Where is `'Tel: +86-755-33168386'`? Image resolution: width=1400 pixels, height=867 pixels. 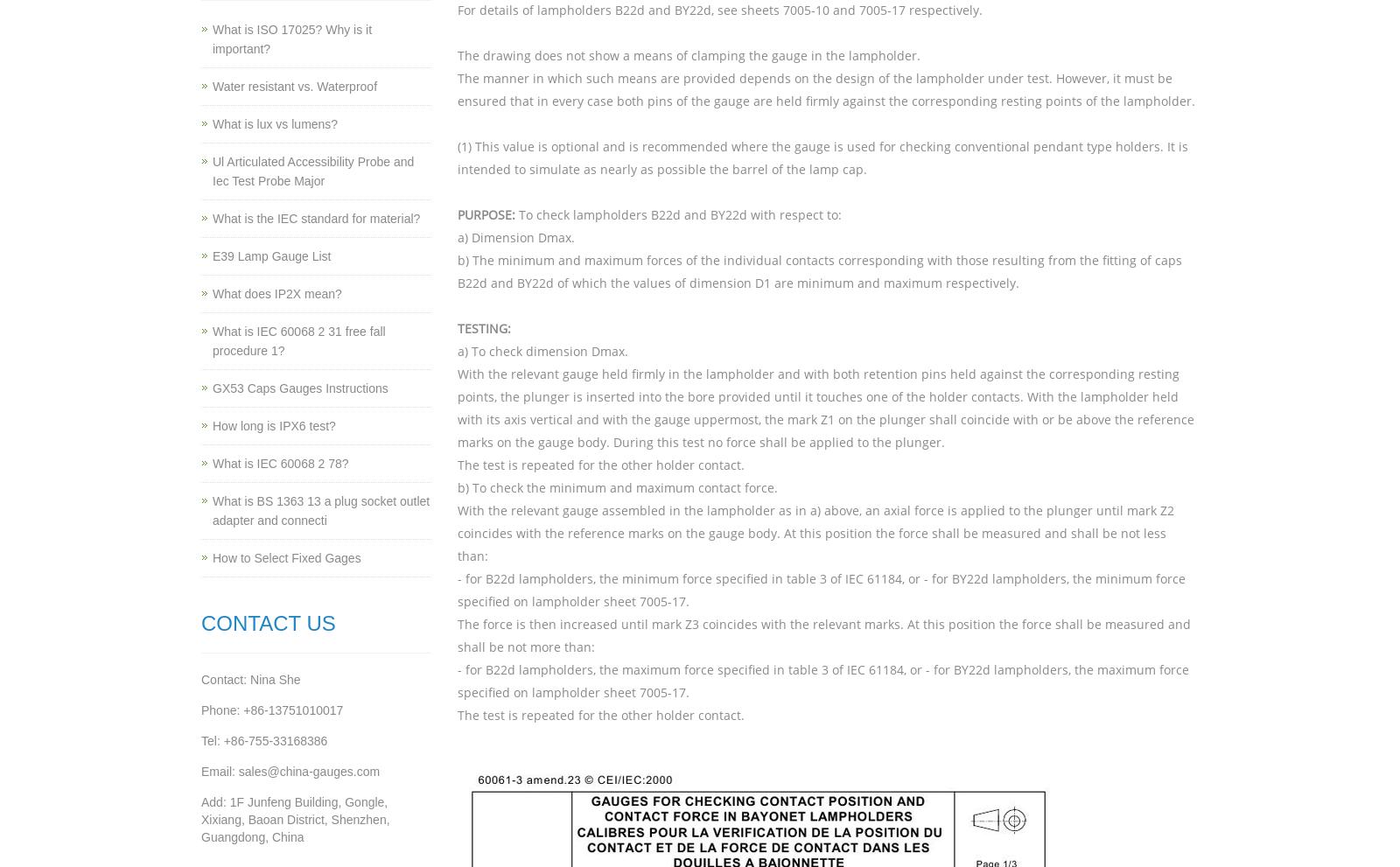 'Tel: +86-755-33168386' is located at coordinates (264, 740).